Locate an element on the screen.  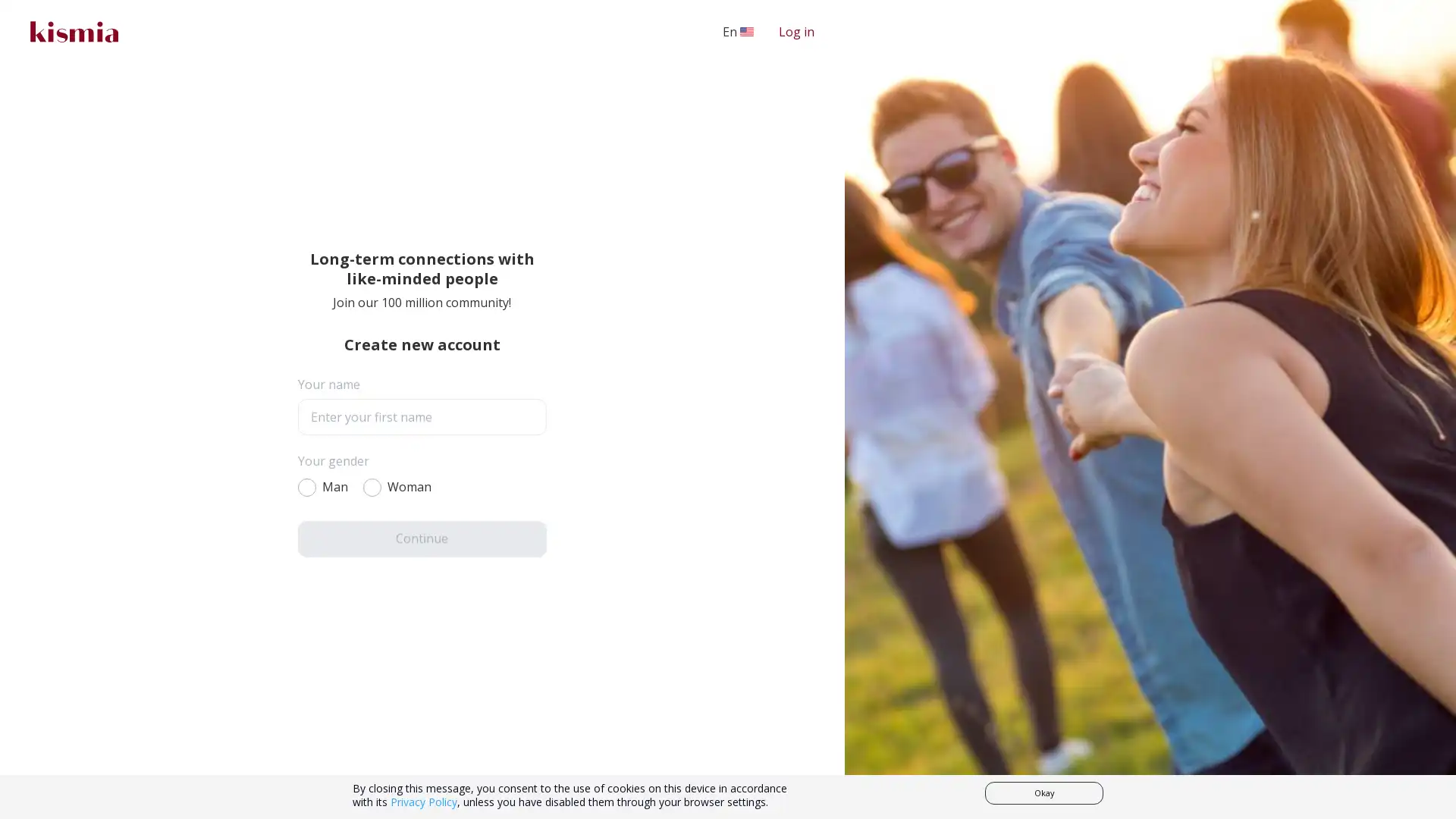
Continue is located at coordinates (422, 537).